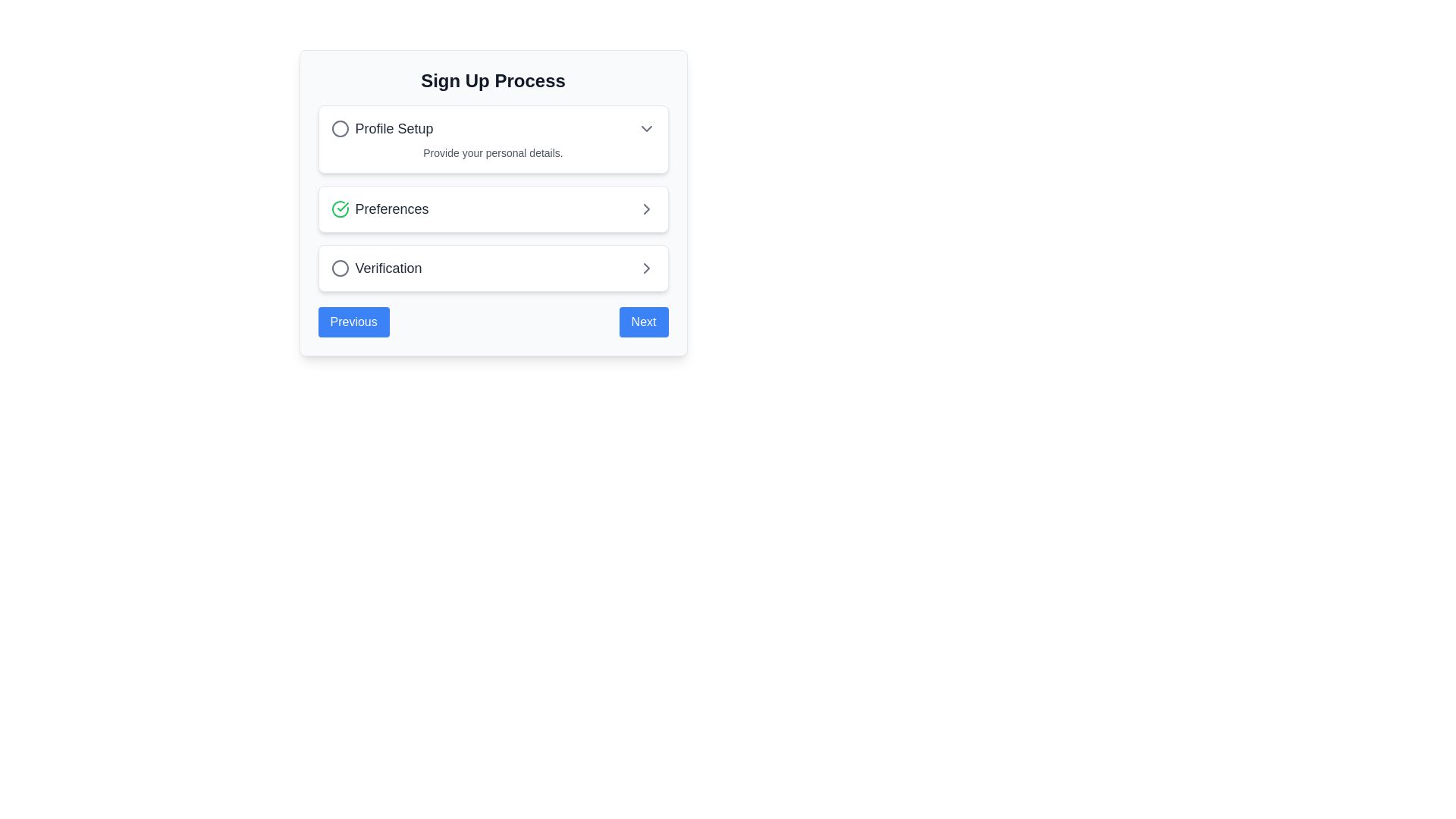 The width and height of the screenshot is (1456, 819). Describe the element at coordinates (394, 127) in the screenshot. I see `the static text label indicating 'Profile Setup', located beneath the 'Sign Up Process' heading in the vertical list` at that location.